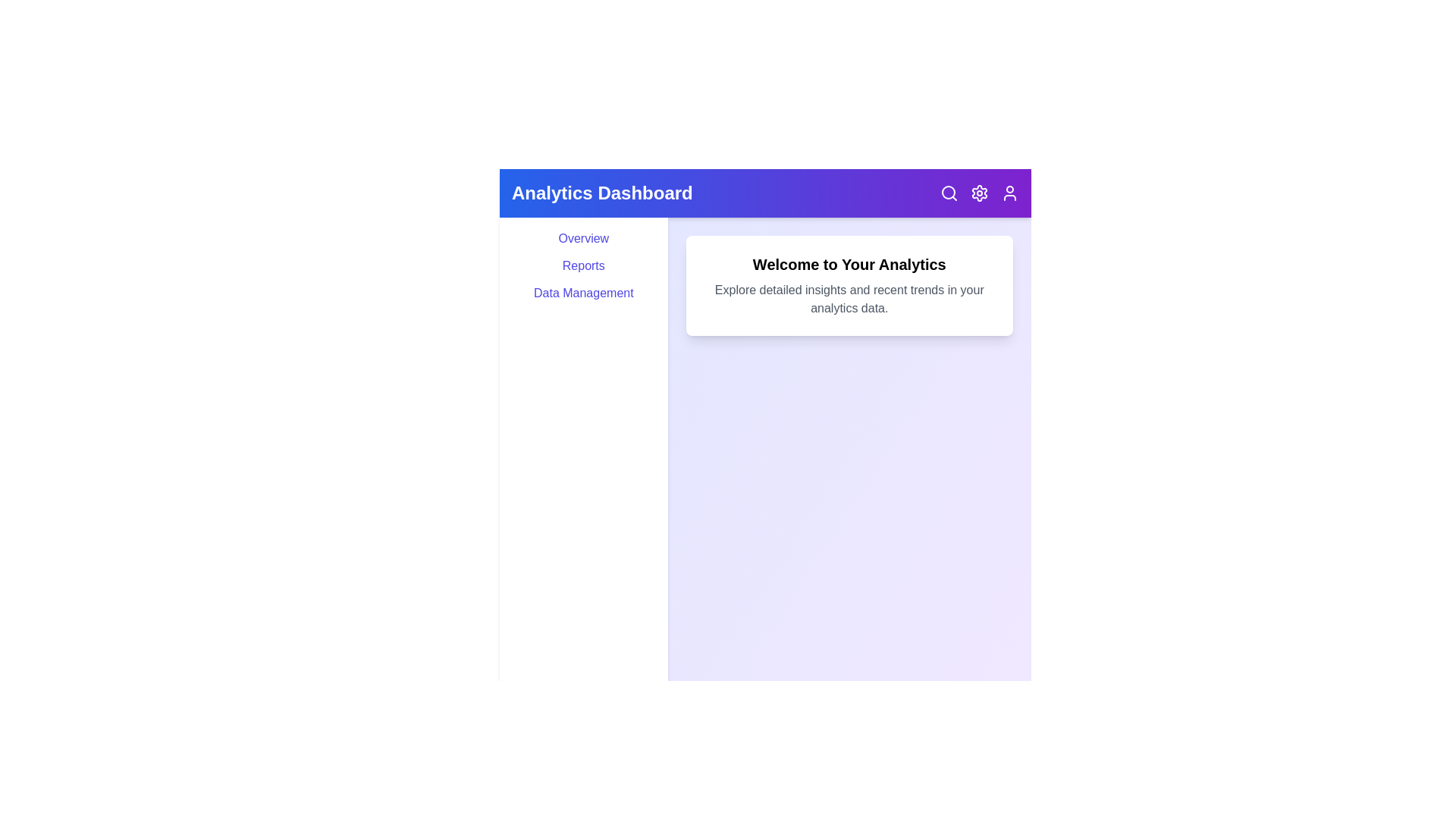 The height and width of the screenshot is (819, 1456). Describe the element at coordinates (582, 239) in the screenshot. I see `the 'Overview' menu item to navigate to the overview section` at that location.